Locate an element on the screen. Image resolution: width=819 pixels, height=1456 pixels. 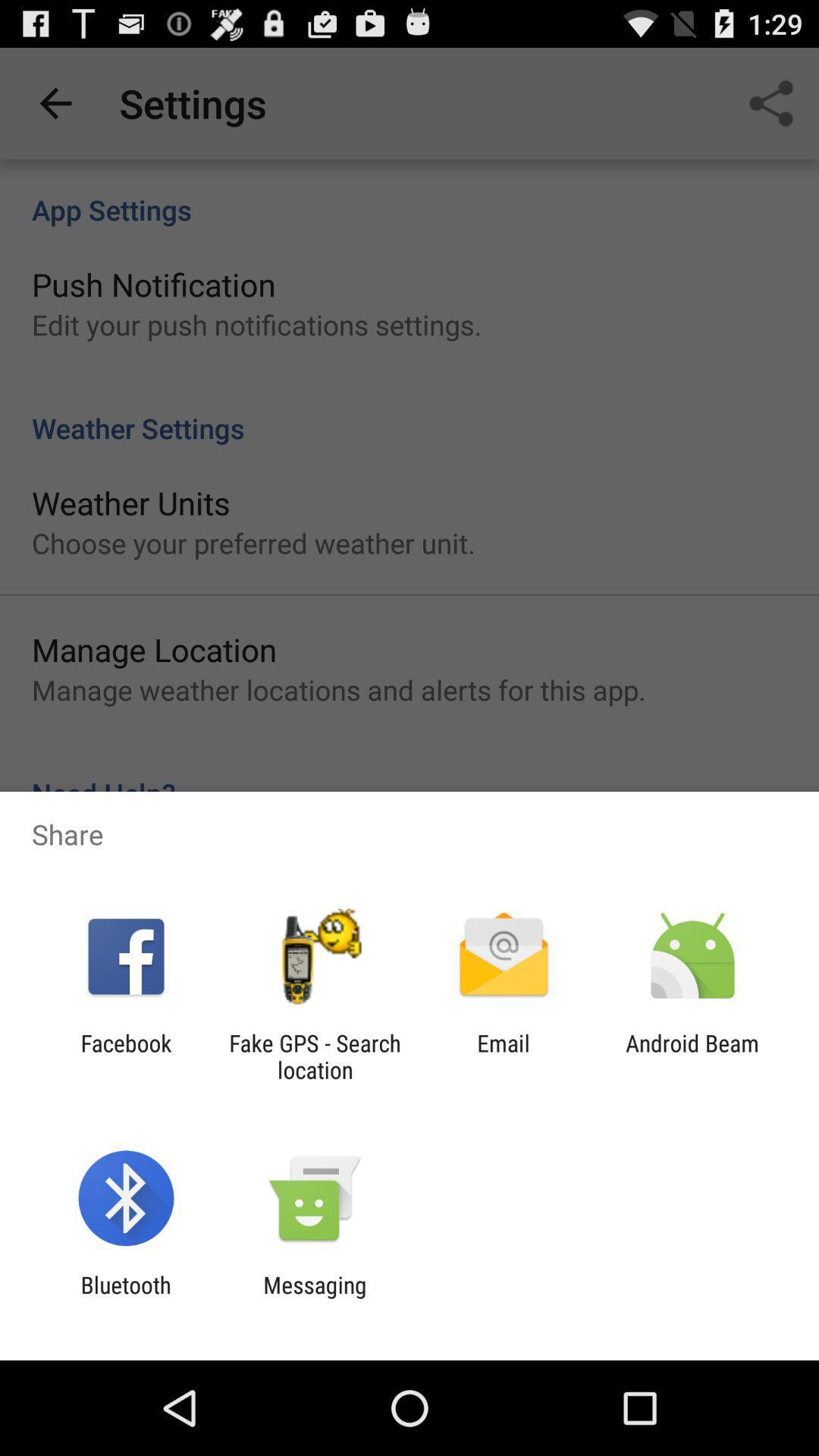
the item next to the messaging item is located at coordinates (125, 1298).